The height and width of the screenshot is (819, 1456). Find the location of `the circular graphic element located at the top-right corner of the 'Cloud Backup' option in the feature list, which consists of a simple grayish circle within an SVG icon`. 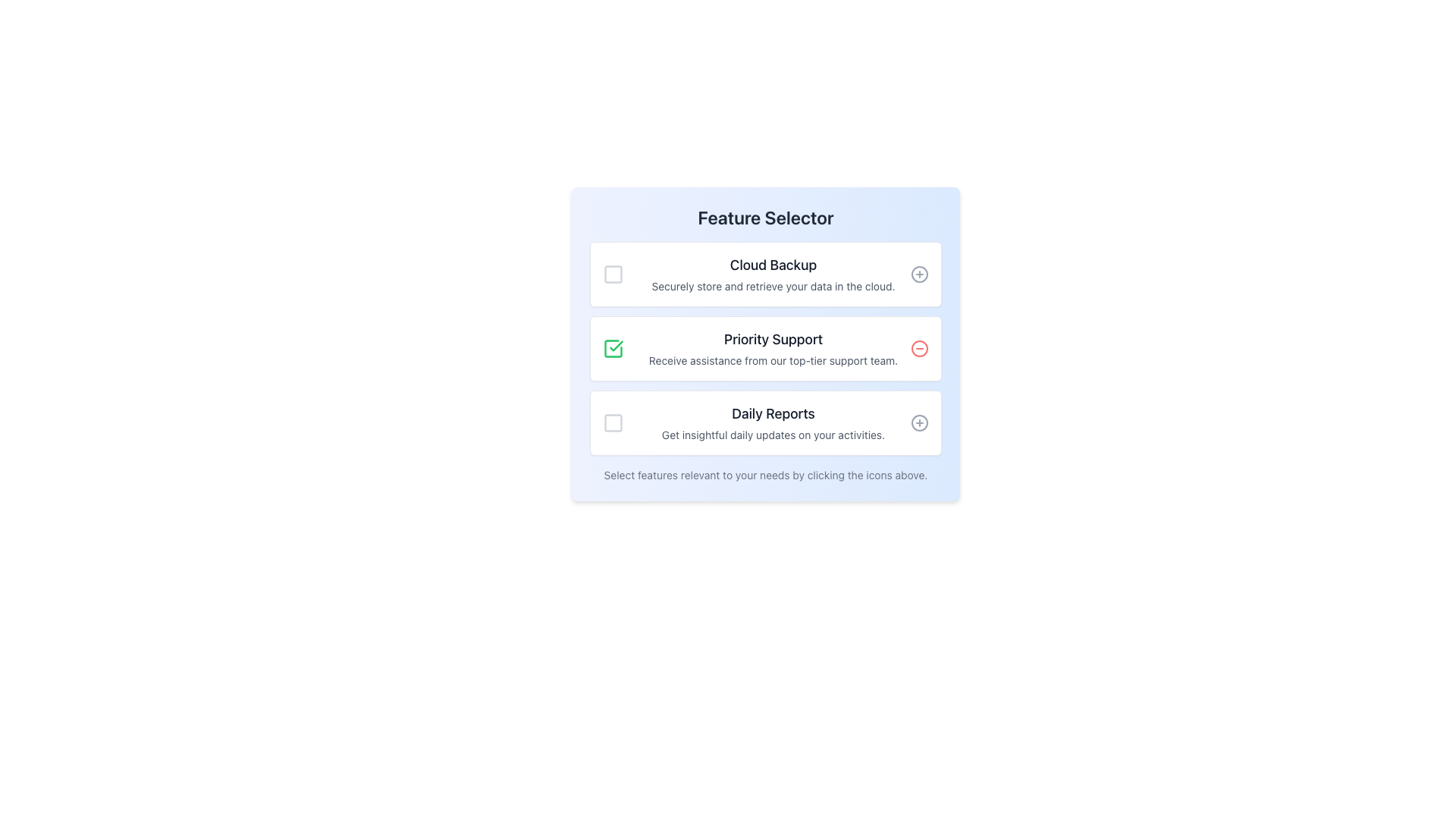

the circular graphic element located at the top-right corner of the 'Cloud Backup' option in the feature list, which consists of a simple grayish circle within an SVG icon is located at coordinates (919, 275).